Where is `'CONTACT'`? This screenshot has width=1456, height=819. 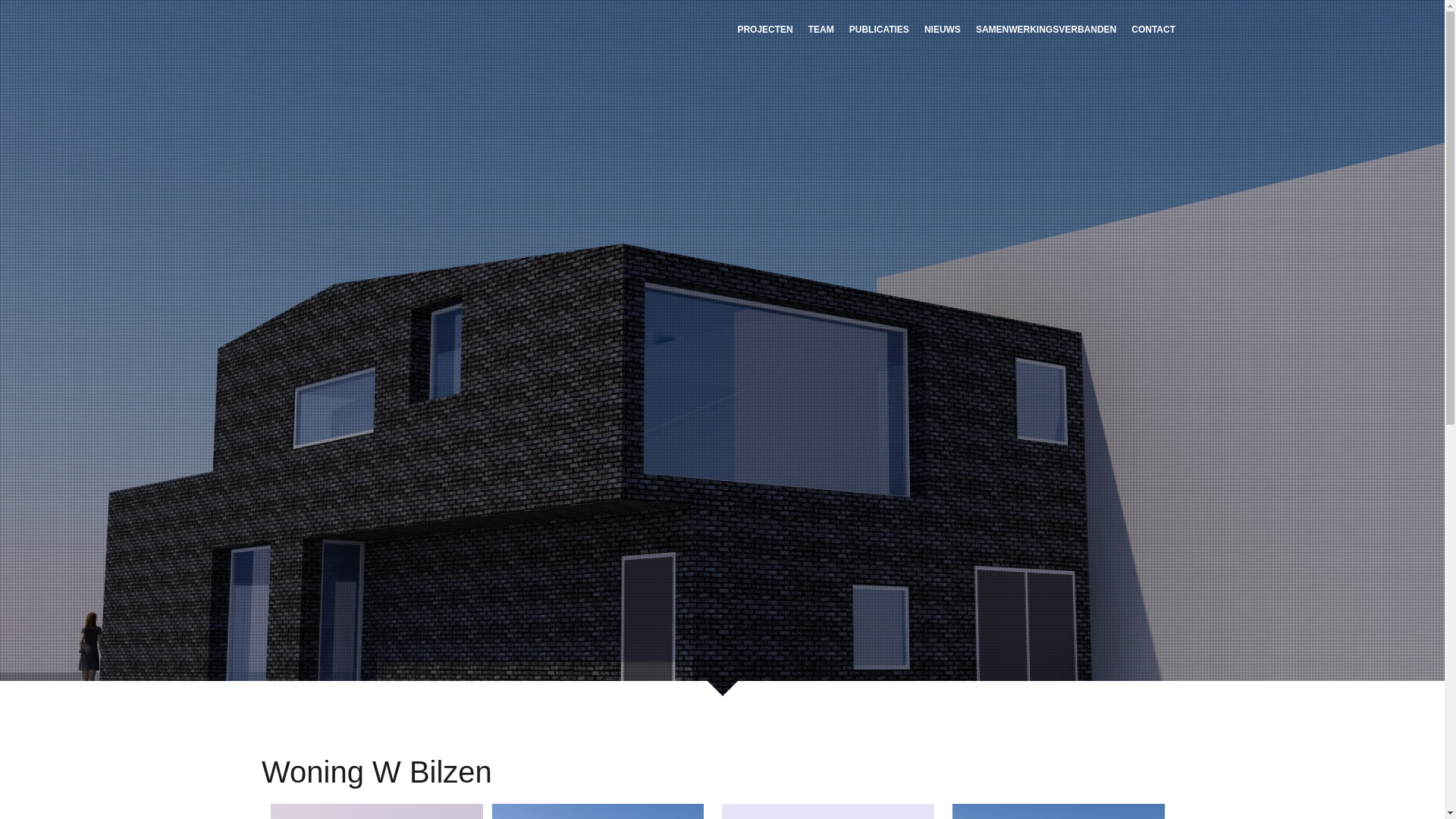 'CONTACT' is located at coordinates (1124, 28).